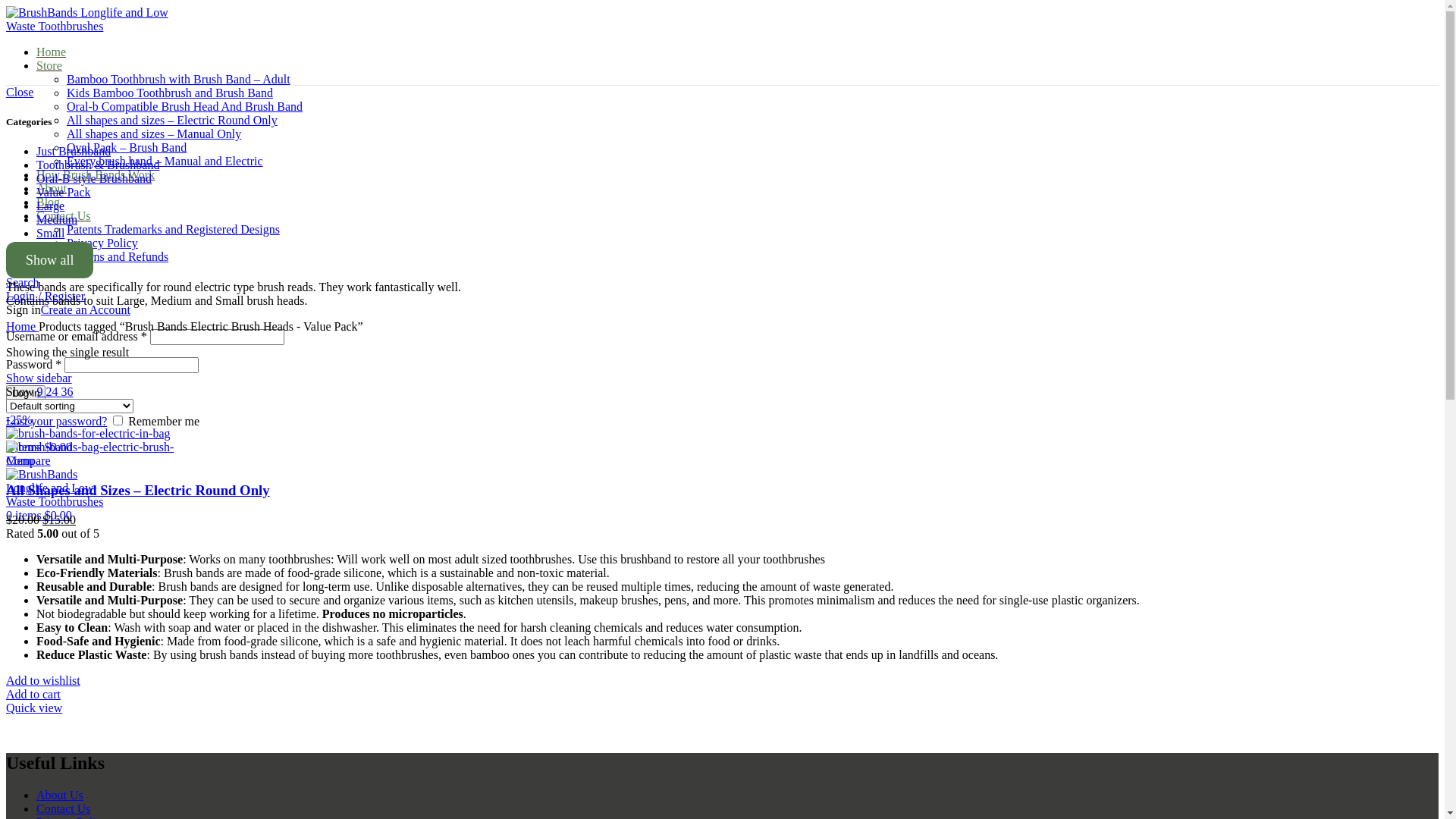 The width and height of the screenshot is (1456, 819). I want to click on 'Compare', so click(28, 460).